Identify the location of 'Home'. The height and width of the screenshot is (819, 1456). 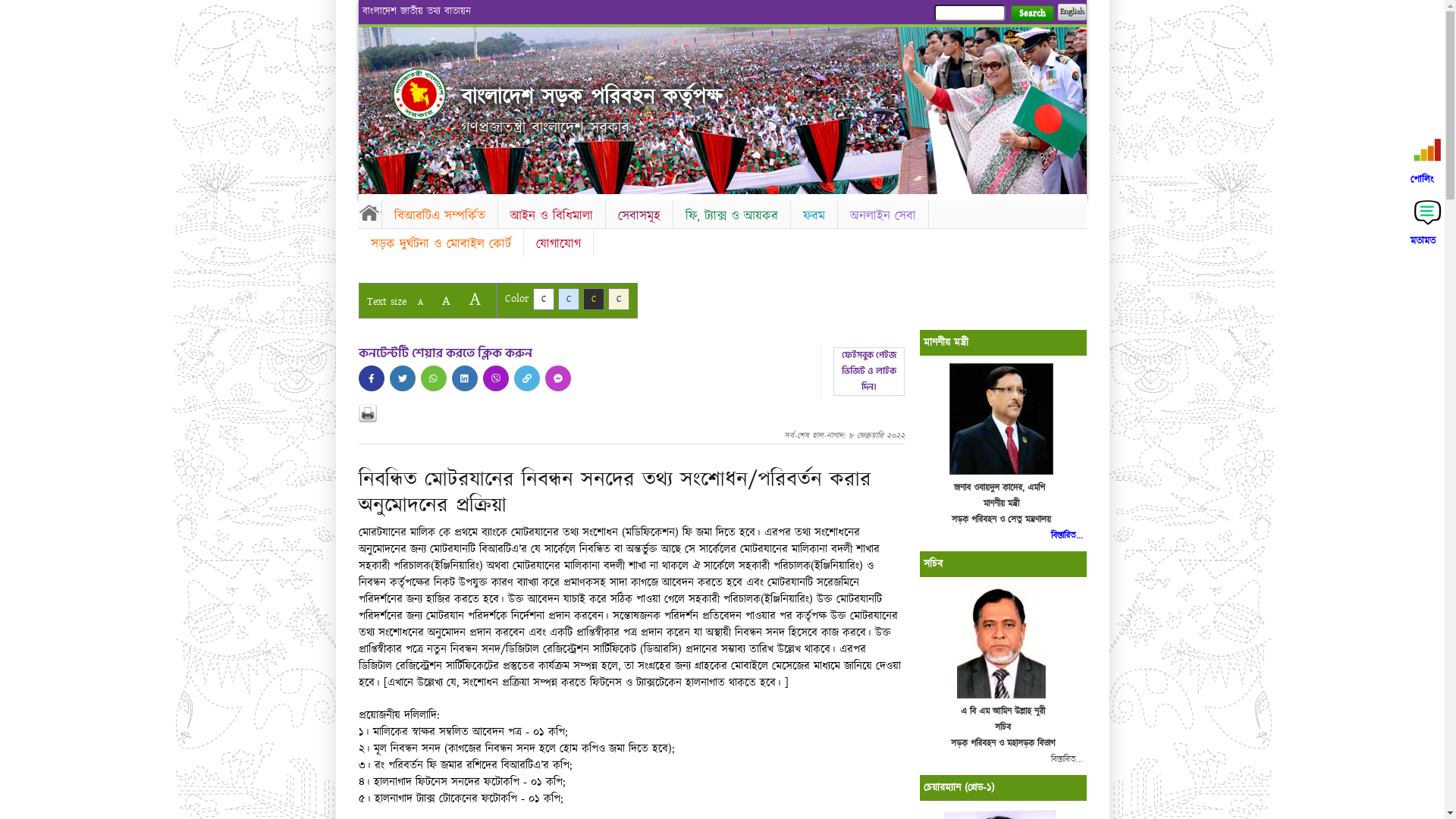
(369, 212).